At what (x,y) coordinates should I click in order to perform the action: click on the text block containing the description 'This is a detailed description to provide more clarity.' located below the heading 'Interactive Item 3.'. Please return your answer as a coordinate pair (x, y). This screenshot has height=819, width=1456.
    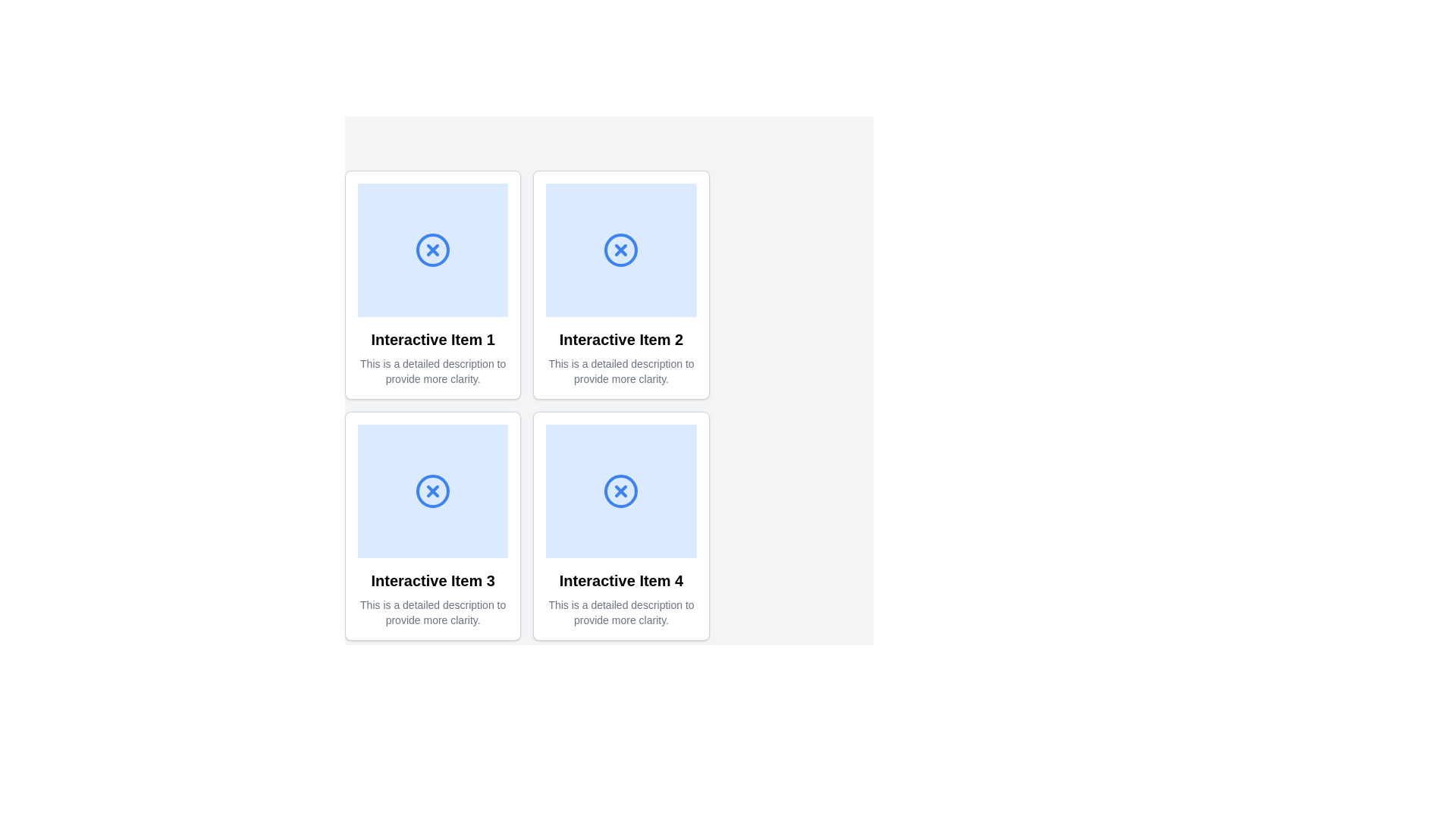
    Looking at the image, I should click on (432, 611).